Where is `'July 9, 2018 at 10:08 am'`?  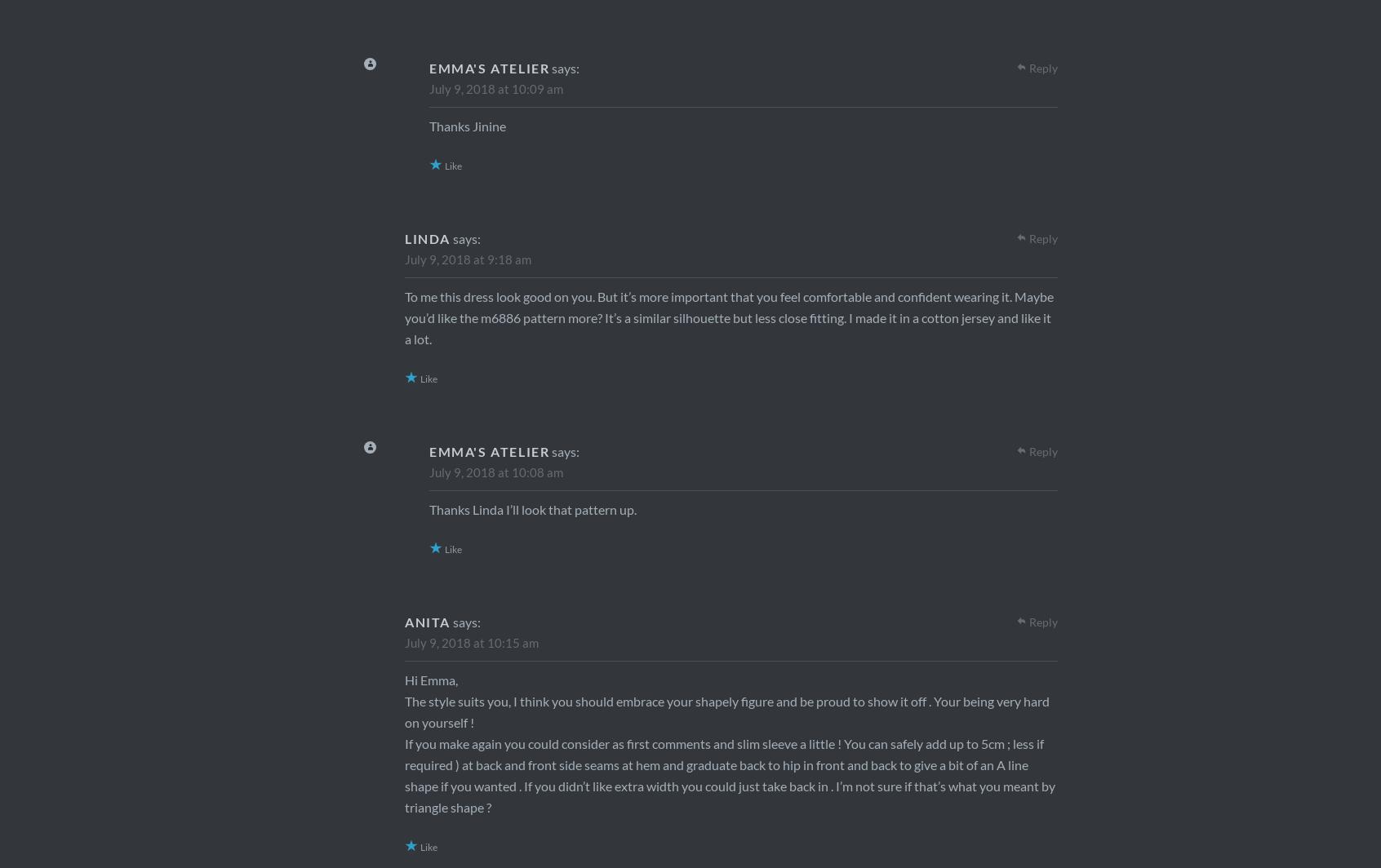
'July 9, 2018 at 10:08 am' is located at coordinates (495, 471).